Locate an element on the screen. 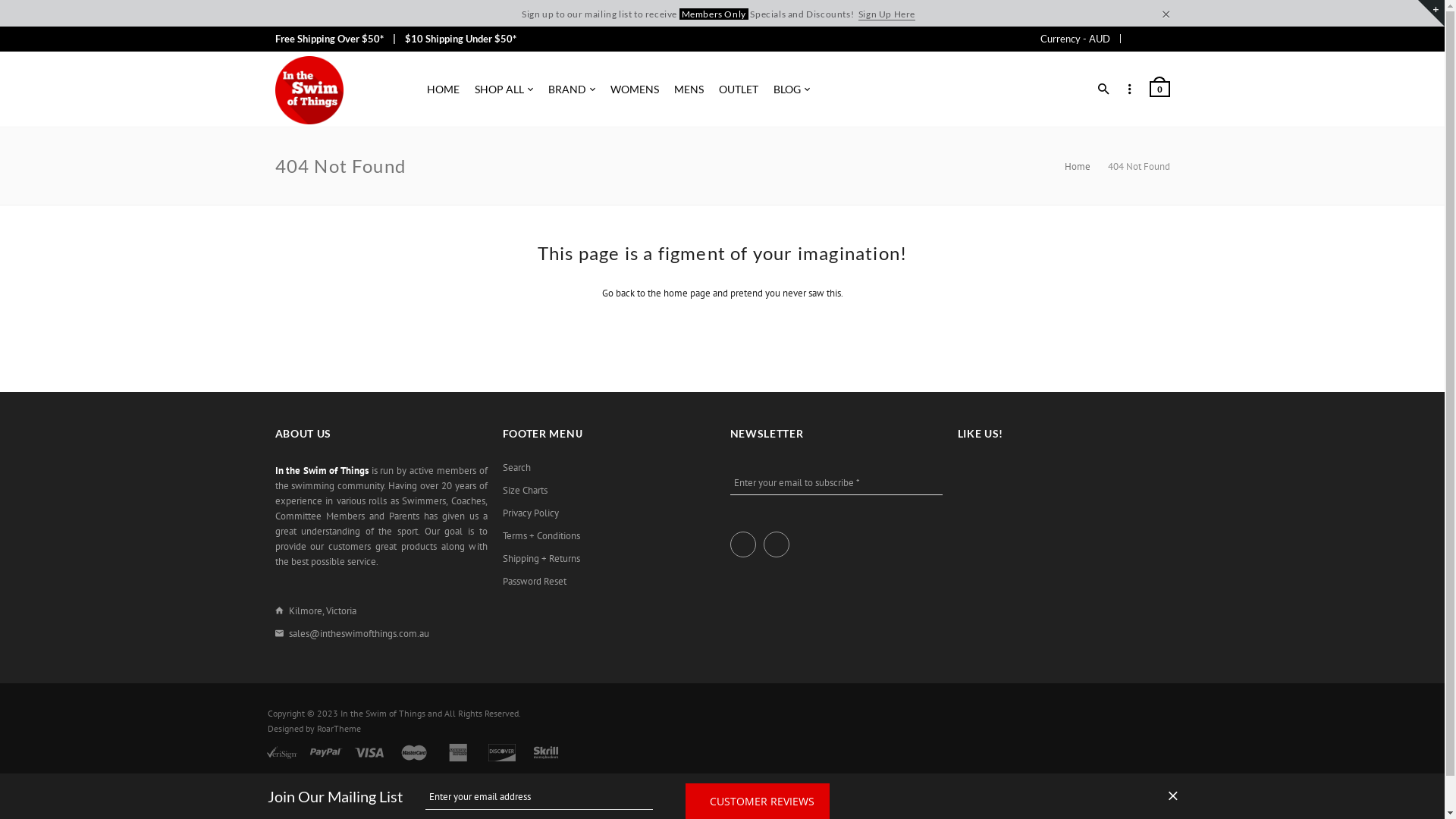  'SHOP ALL' is located at coordinates (504, 89).